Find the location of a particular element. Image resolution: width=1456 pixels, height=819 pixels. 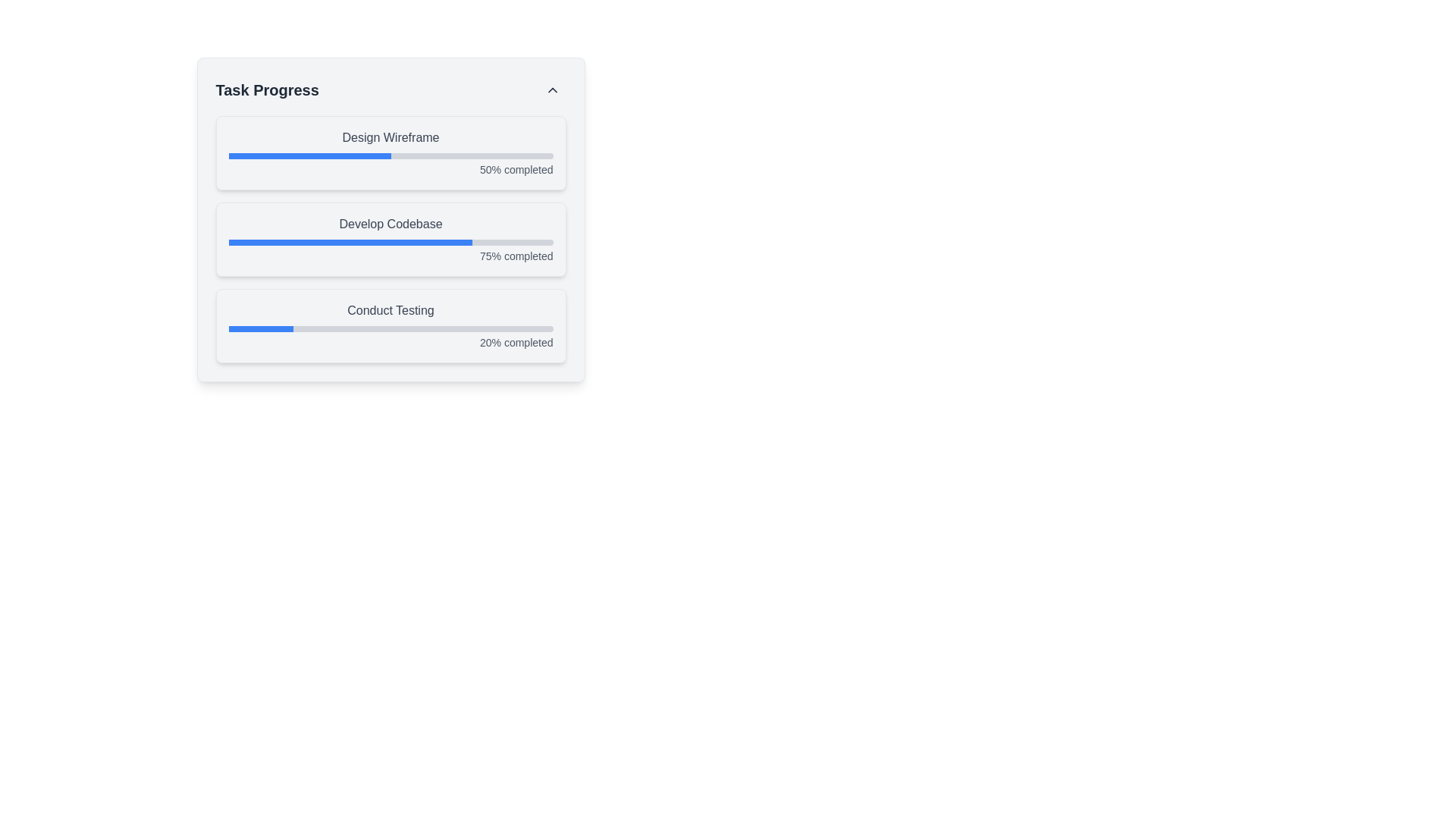

the progress card indicating the completion of a task, which has a white background, a gray progress bar with a blue segment, and is the third card in a vertical stack of similar cards is located at coordinates (391, 325).